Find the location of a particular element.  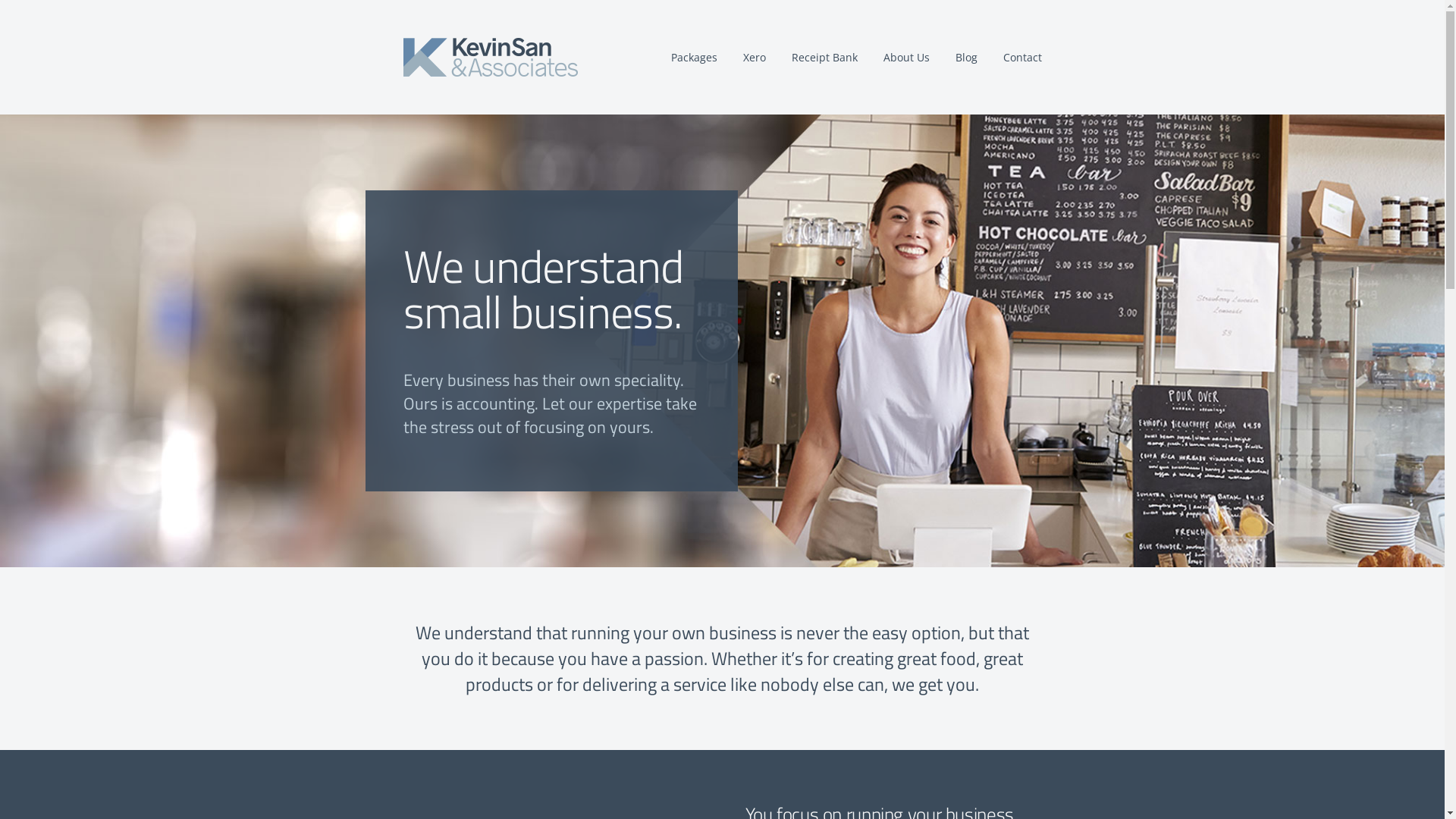

'About Us' is located at coordinates (905, 56).